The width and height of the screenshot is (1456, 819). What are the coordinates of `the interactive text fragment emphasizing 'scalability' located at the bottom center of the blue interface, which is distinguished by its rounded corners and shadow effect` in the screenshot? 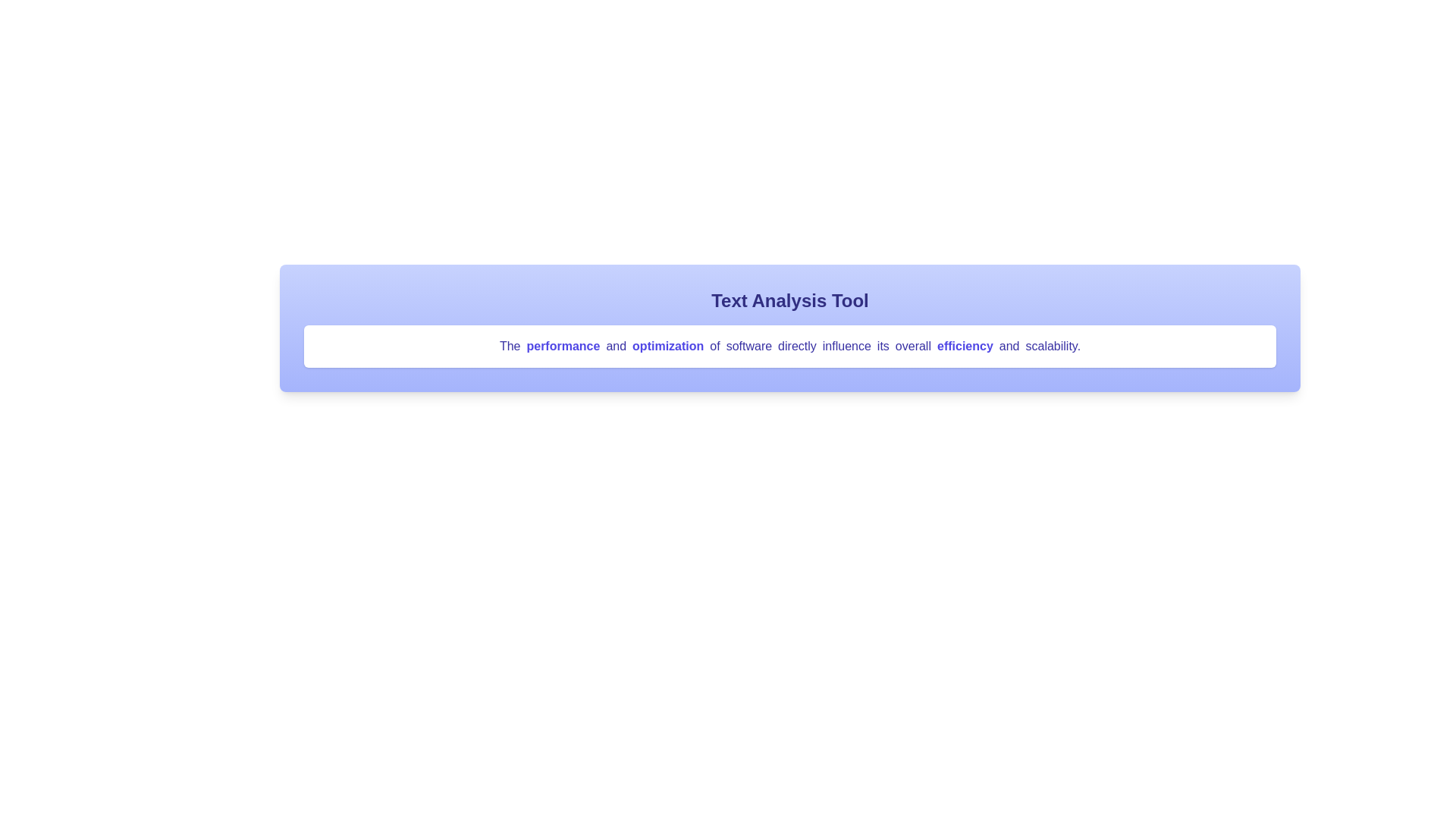 It's located at (1052, 346).